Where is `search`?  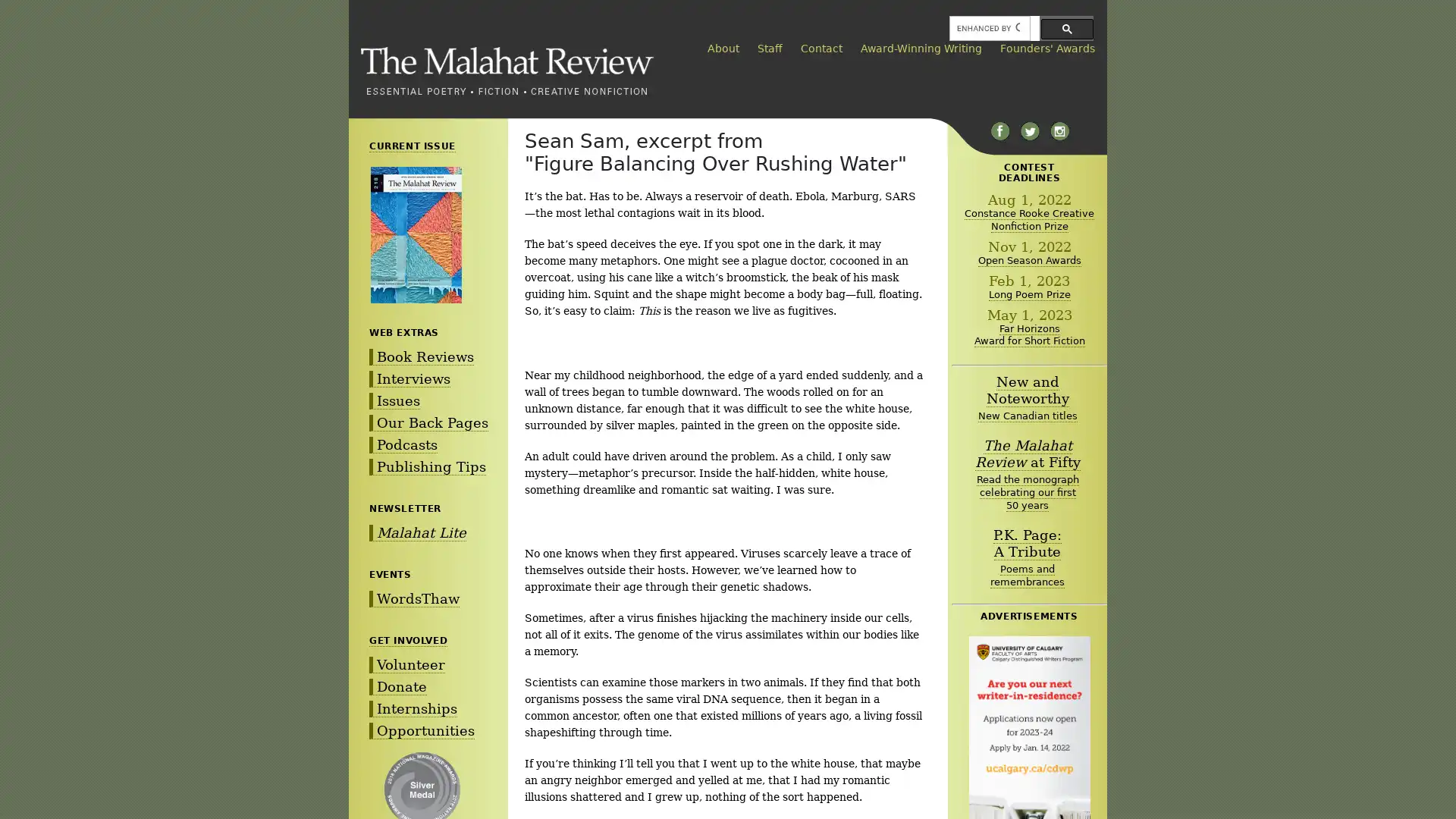 search is located at coordinates (1066, 28).